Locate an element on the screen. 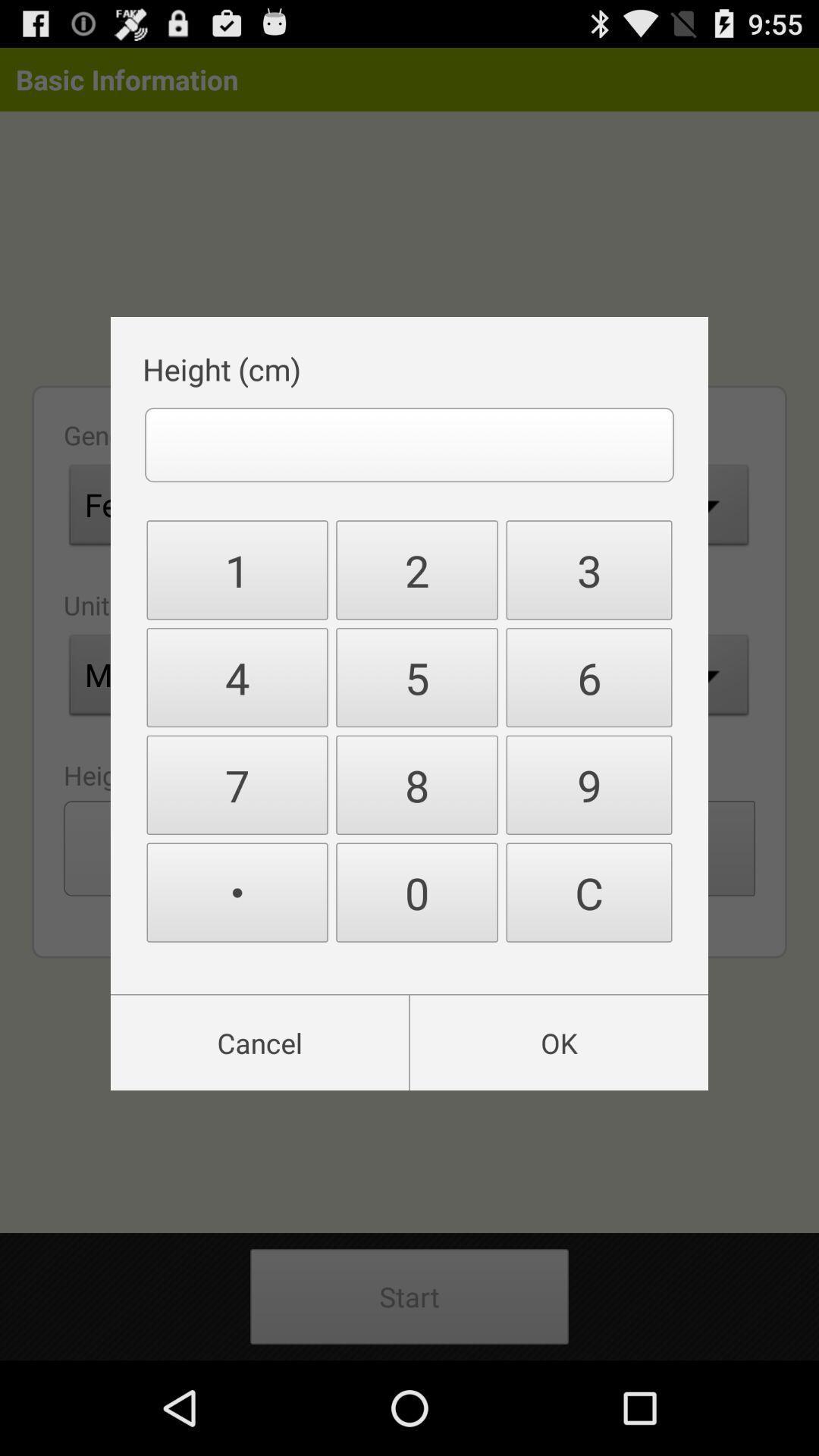 The width and height of the screenshot is (819, 1456). the icon below 8 icon is located at coordinates (588, 893).